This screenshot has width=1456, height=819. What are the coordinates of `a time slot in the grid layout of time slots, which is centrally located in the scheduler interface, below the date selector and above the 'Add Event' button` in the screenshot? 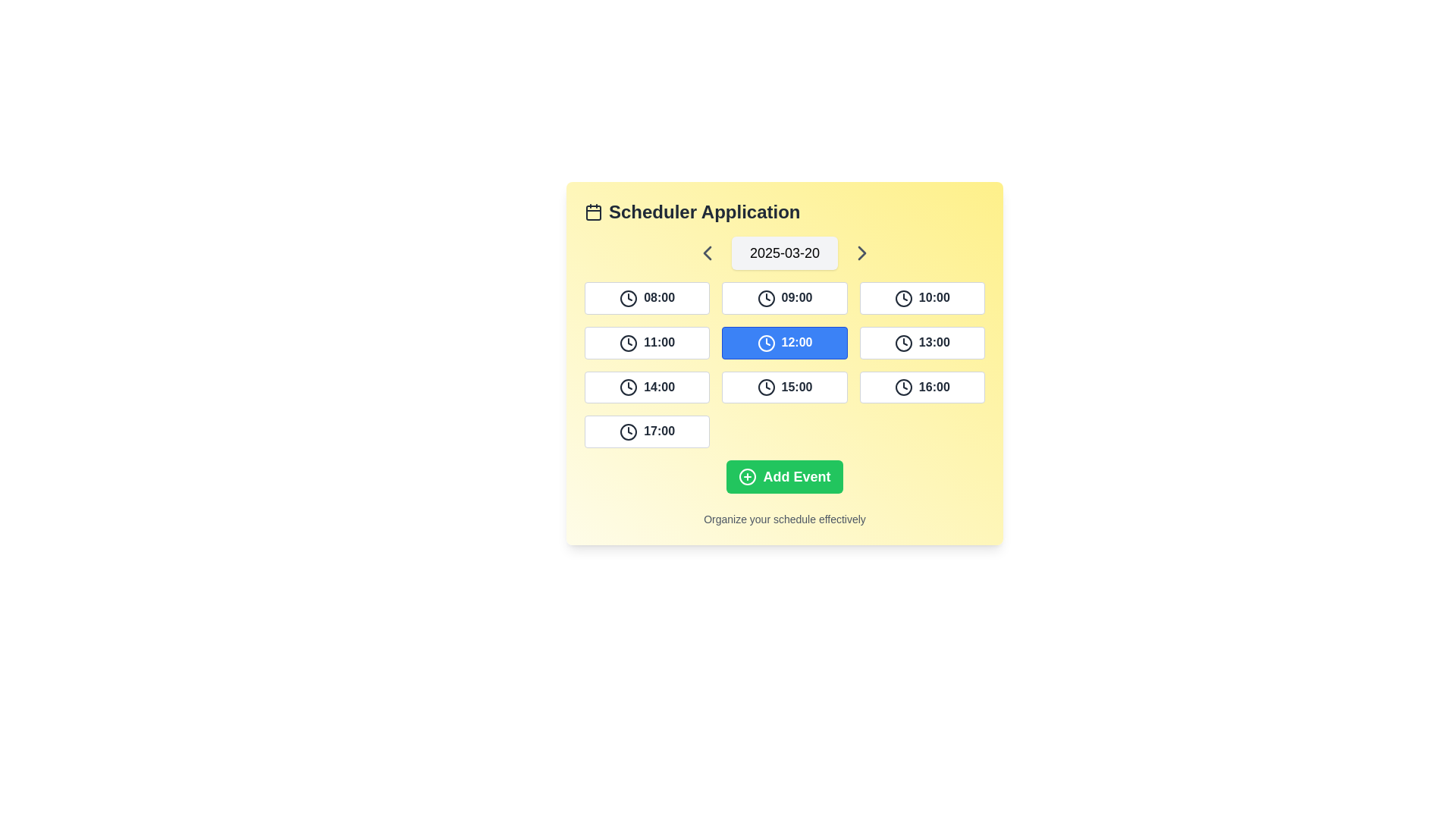 It's located at (785, 365).